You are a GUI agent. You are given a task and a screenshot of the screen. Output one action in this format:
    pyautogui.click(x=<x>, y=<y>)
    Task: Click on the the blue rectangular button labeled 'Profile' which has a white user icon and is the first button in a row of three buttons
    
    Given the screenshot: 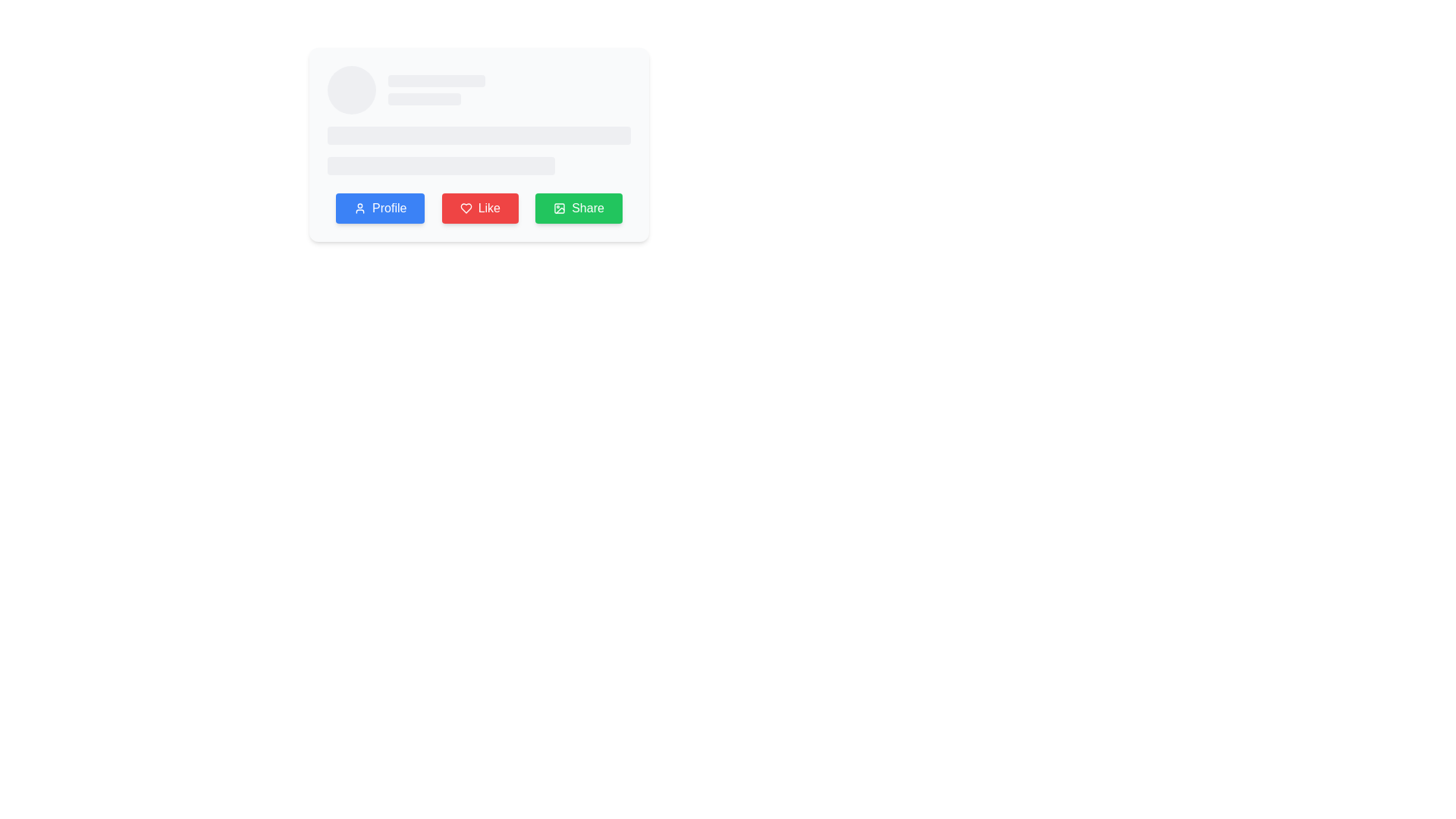 What is the action you would take?
    pyautogui.click(x=380, y=208)
    